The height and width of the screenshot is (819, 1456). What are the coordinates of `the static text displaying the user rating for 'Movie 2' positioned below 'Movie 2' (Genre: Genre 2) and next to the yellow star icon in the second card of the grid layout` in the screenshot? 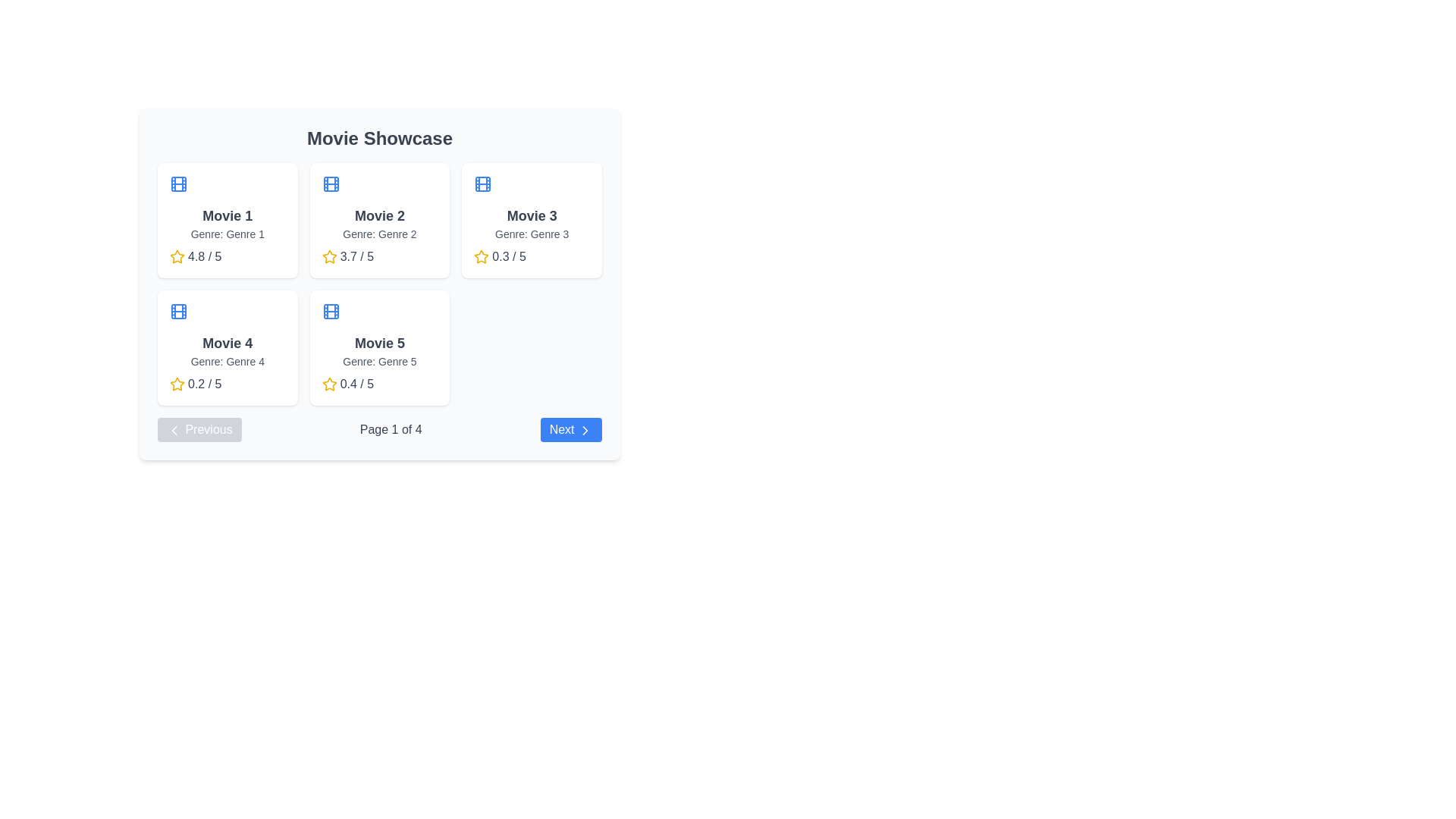 It's located at (356, 256).